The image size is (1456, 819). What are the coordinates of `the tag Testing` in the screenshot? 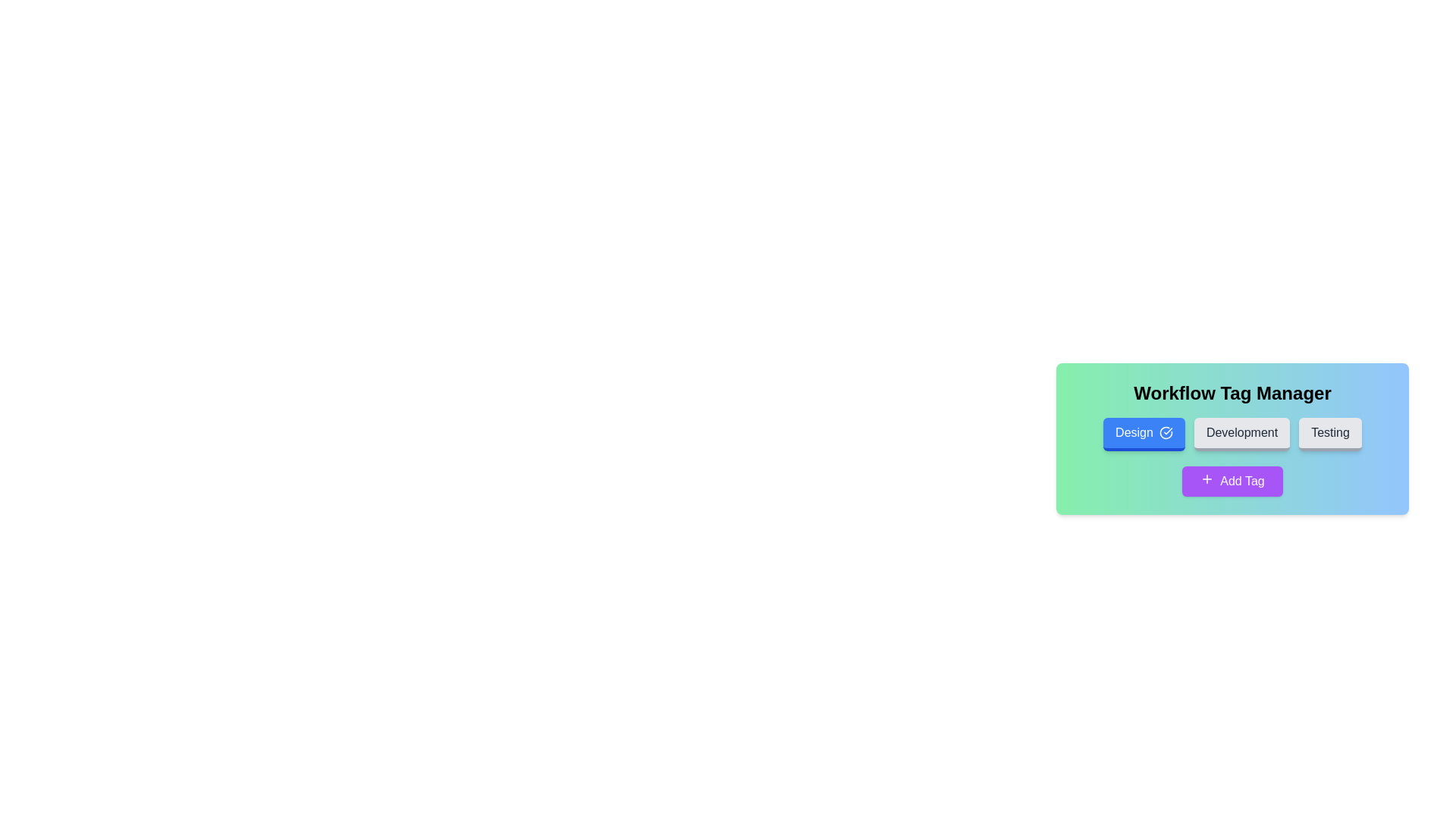 It's located at (1329, 435).